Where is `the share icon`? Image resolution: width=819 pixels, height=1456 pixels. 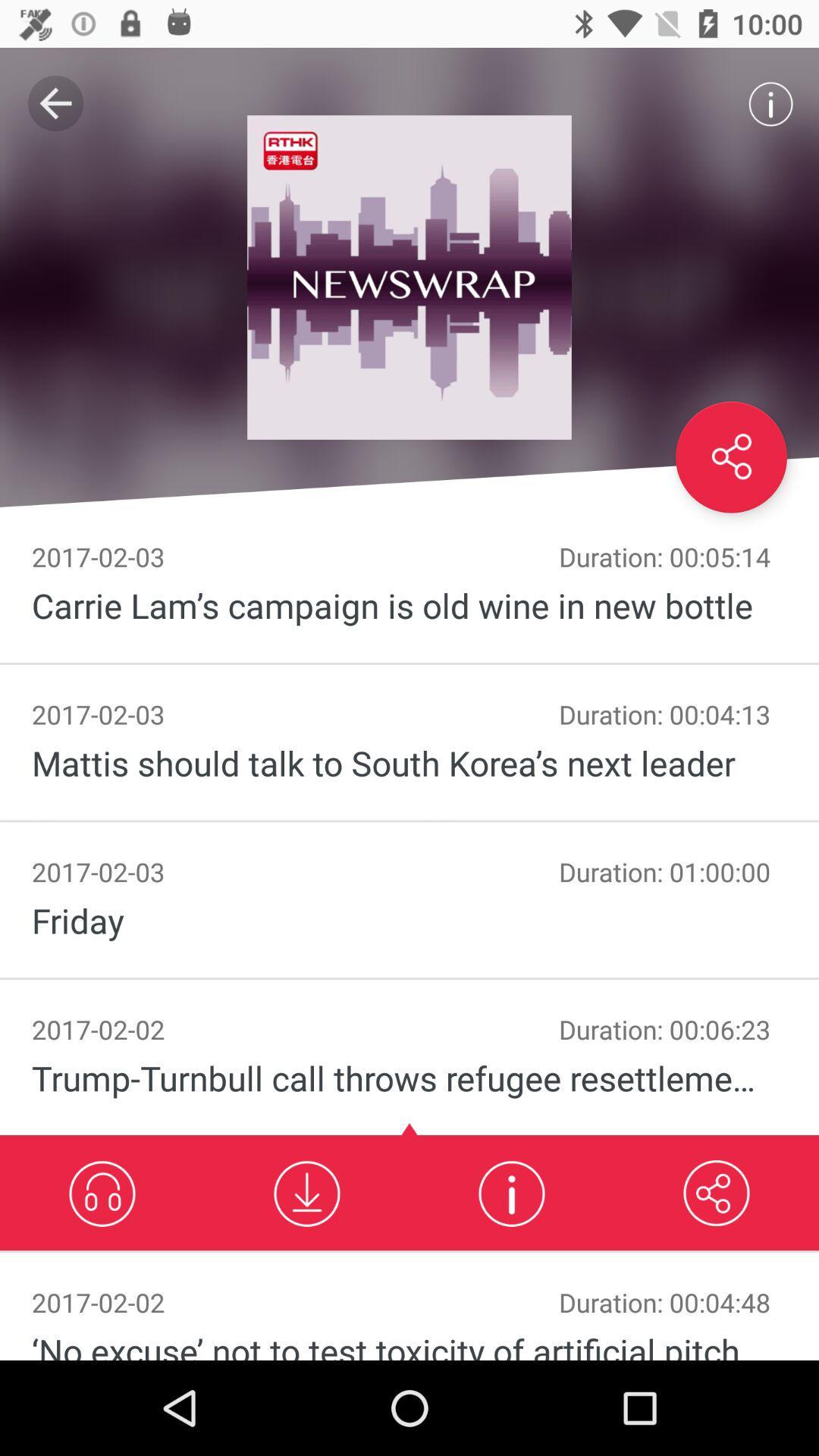 the share icon is located at coordinates (730, 457).